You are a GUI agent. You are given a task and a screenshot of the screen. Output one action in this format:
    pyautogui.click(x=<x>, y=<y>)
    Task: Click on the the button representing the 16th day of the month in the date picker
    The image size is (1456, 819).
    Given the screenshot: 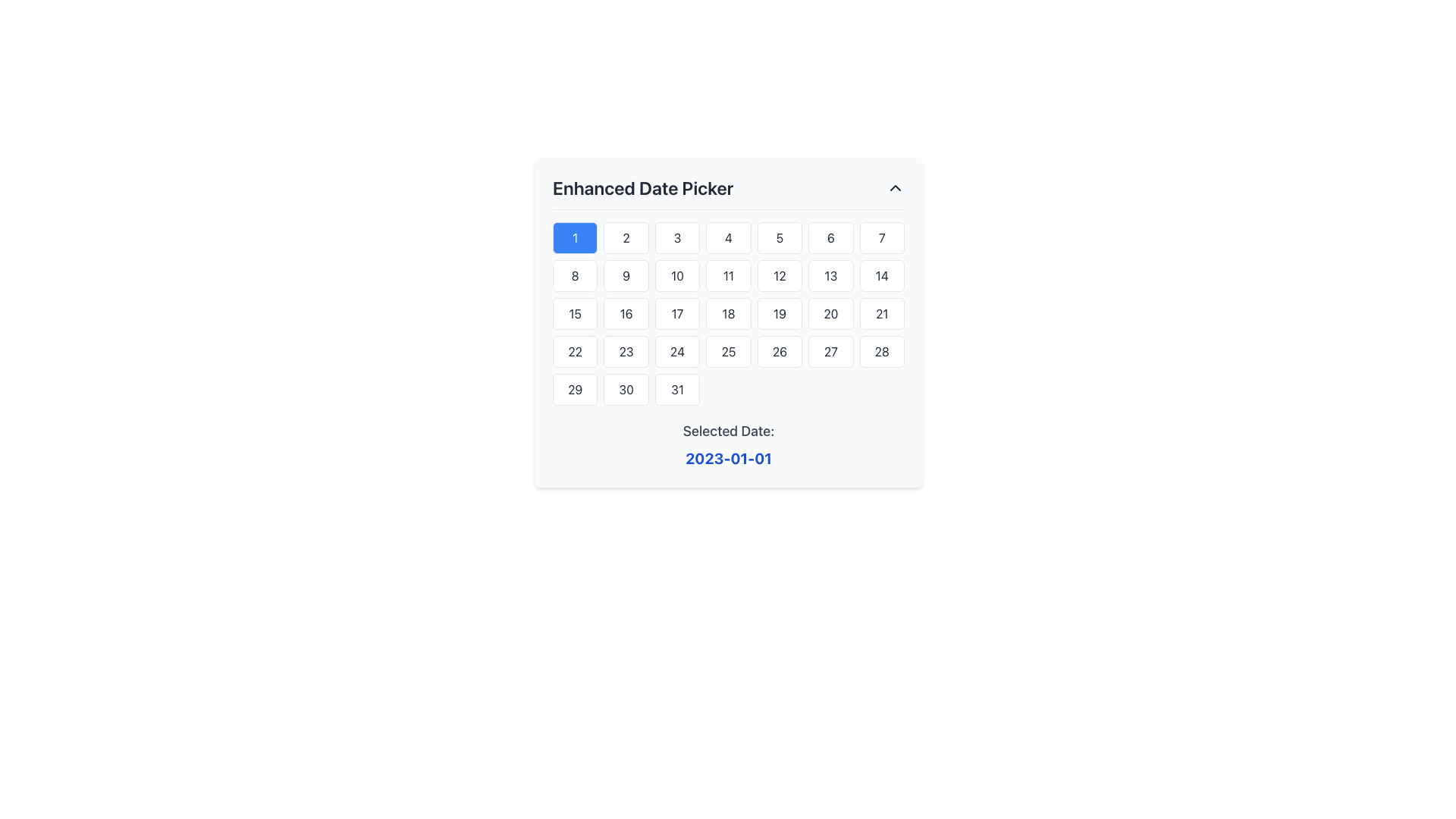 What is the action you would take?
    pyautogui.click(x=626, y=312)
    